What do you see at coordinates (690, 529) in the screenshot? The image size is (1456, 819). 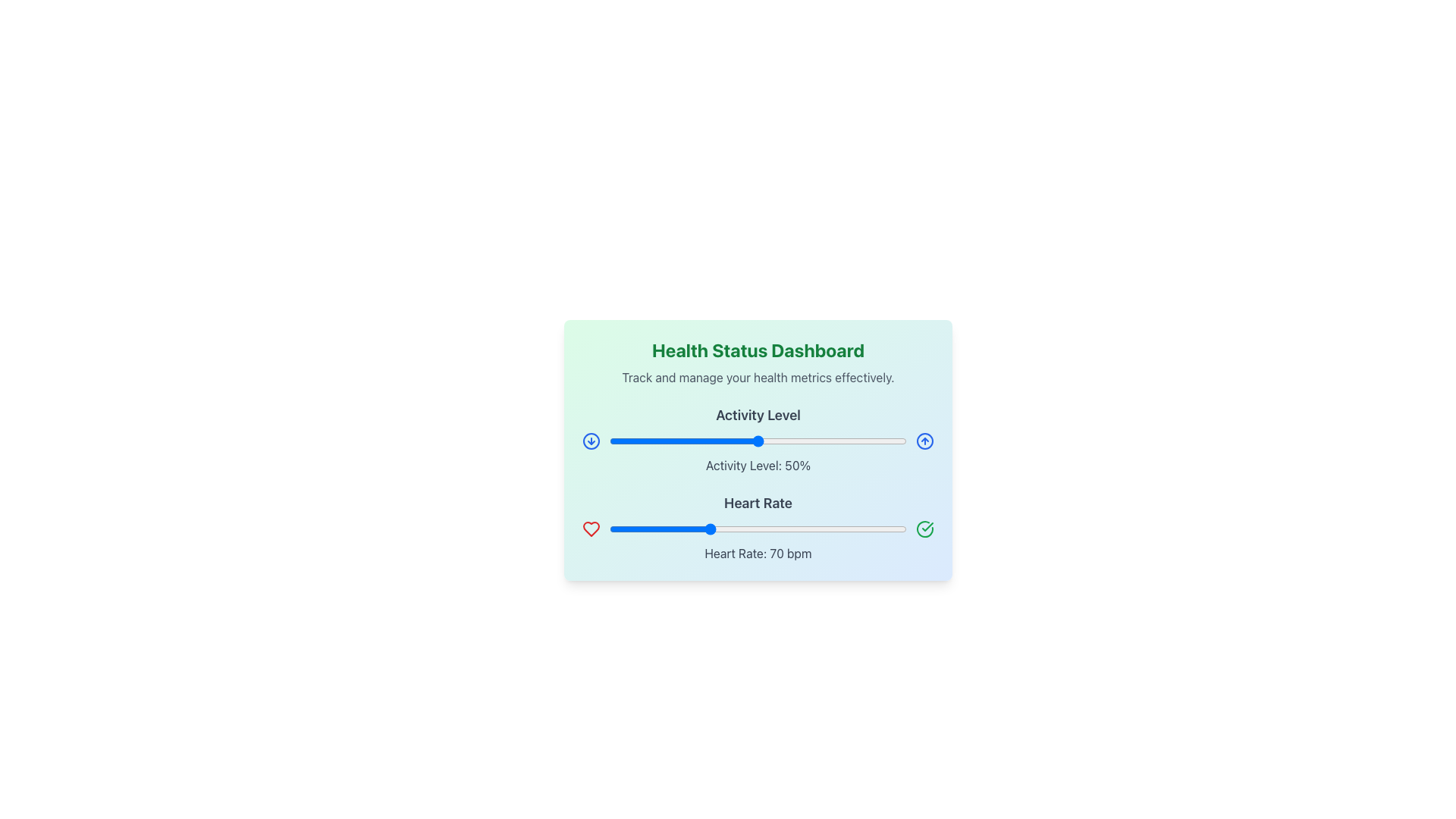 I see `heart rate` at bounding box center [690, 529].